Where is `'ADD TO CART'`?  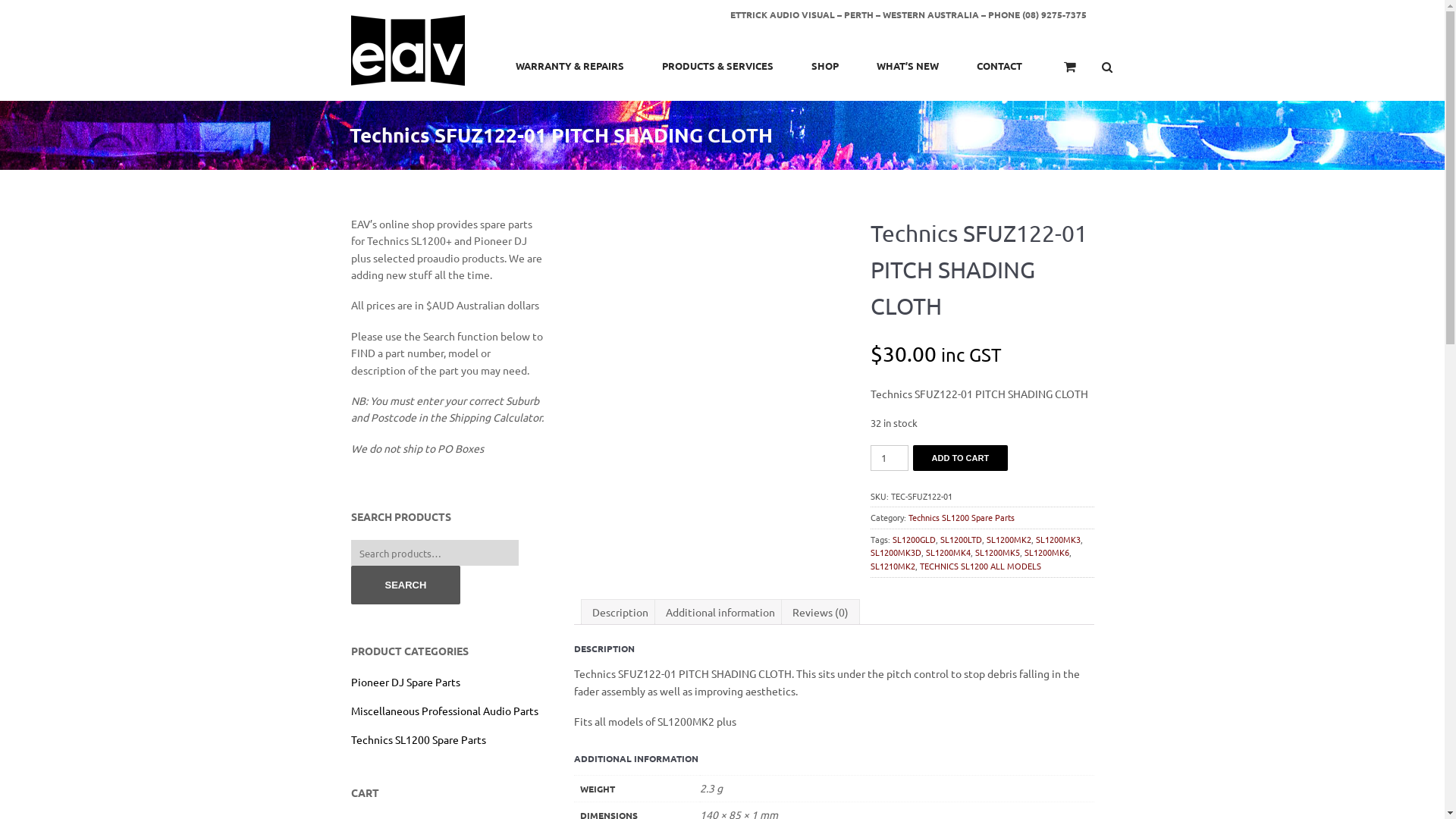
'ADD TO CART' is located at coordinates (960, 457).